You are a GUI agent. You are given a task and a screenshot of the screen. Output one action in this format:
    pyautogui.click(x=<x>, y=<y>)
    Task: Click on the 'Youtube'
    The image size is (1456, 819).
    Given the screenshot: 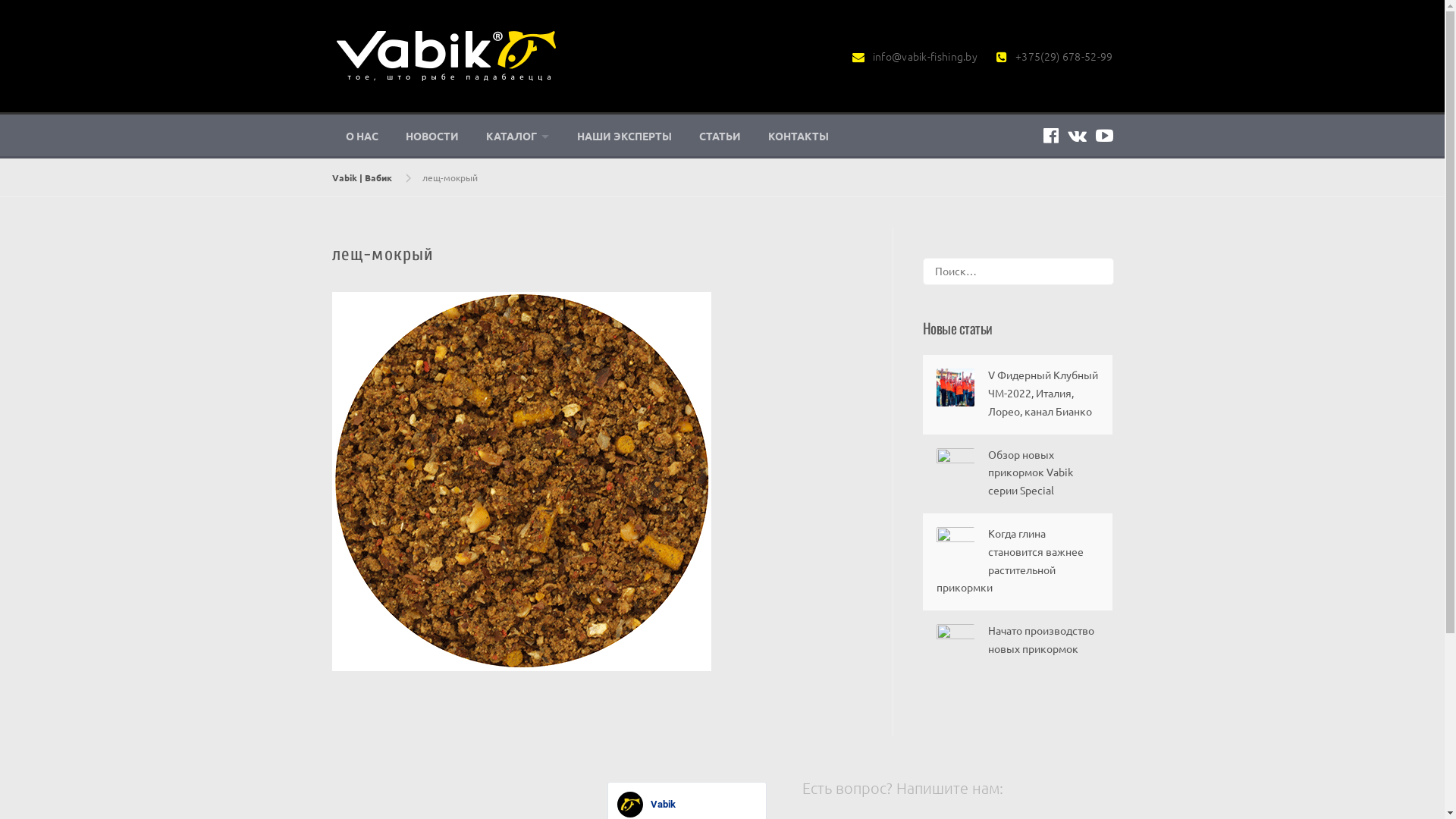 What is the action you would take?
    pyautogui.click(x=1103, y=133)
    